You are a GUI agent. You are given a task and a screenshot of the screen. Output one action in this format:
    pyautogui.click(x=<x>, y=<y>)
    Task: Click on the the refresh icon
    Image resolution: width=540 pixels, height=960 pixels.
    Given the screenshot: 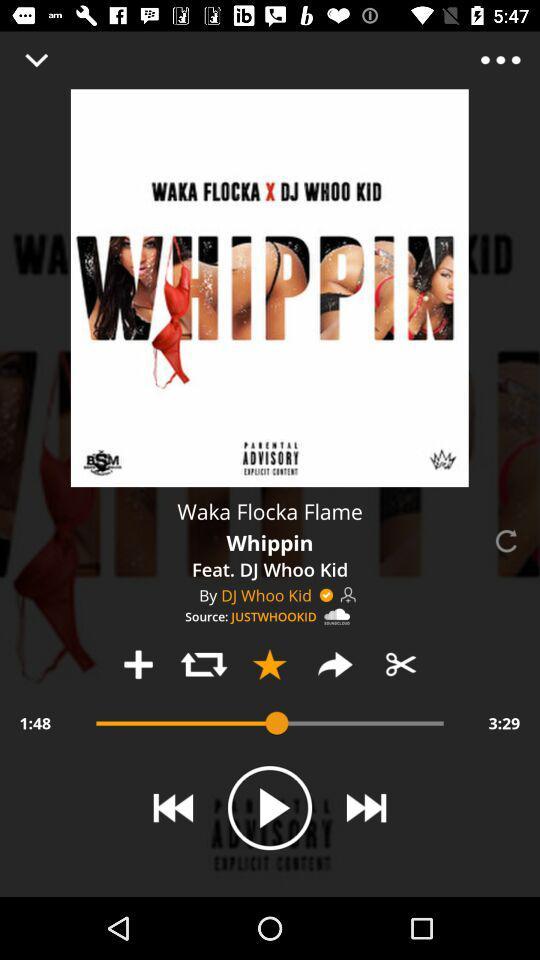 What is the action you would take?
    pyautogui.click(x=504, y=541)
    